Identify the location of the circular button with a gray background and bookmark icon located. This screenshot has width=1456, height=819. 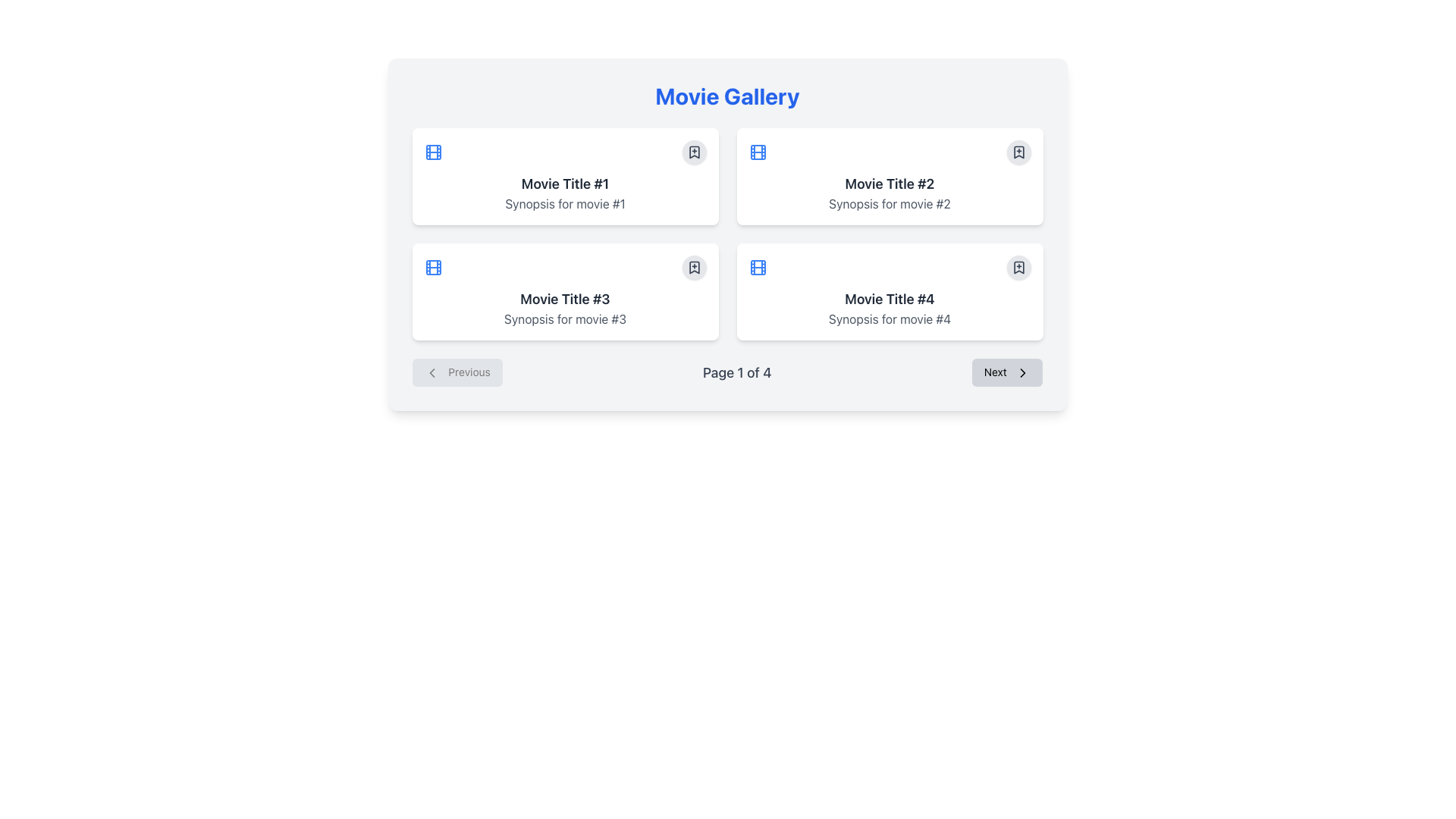
(693, 152).